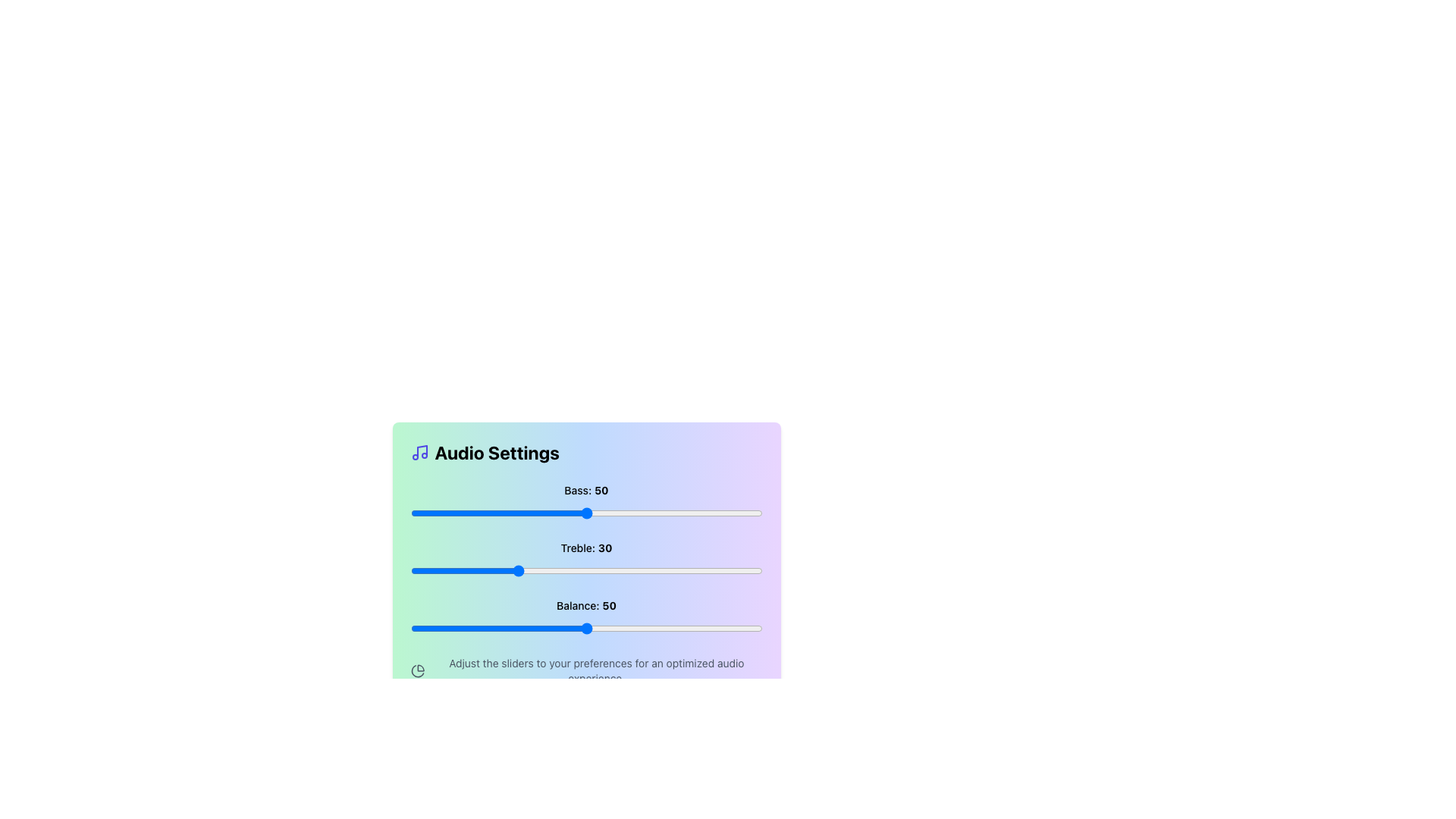  I want to click on the treble level, so click(438, 570).